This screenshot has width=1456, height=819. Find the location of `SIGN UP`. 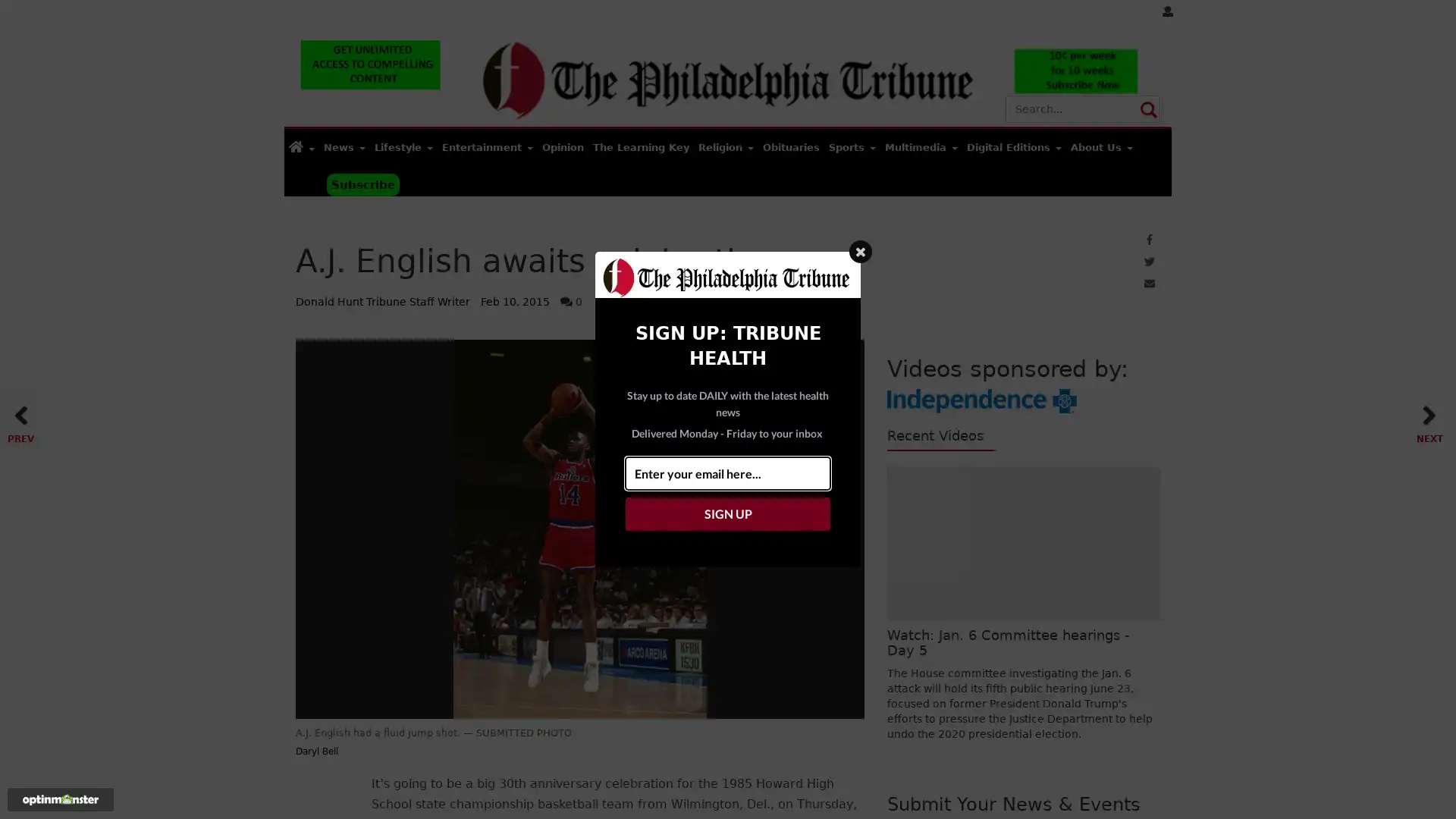

SIGN UP is located at coordinates (728, 513).